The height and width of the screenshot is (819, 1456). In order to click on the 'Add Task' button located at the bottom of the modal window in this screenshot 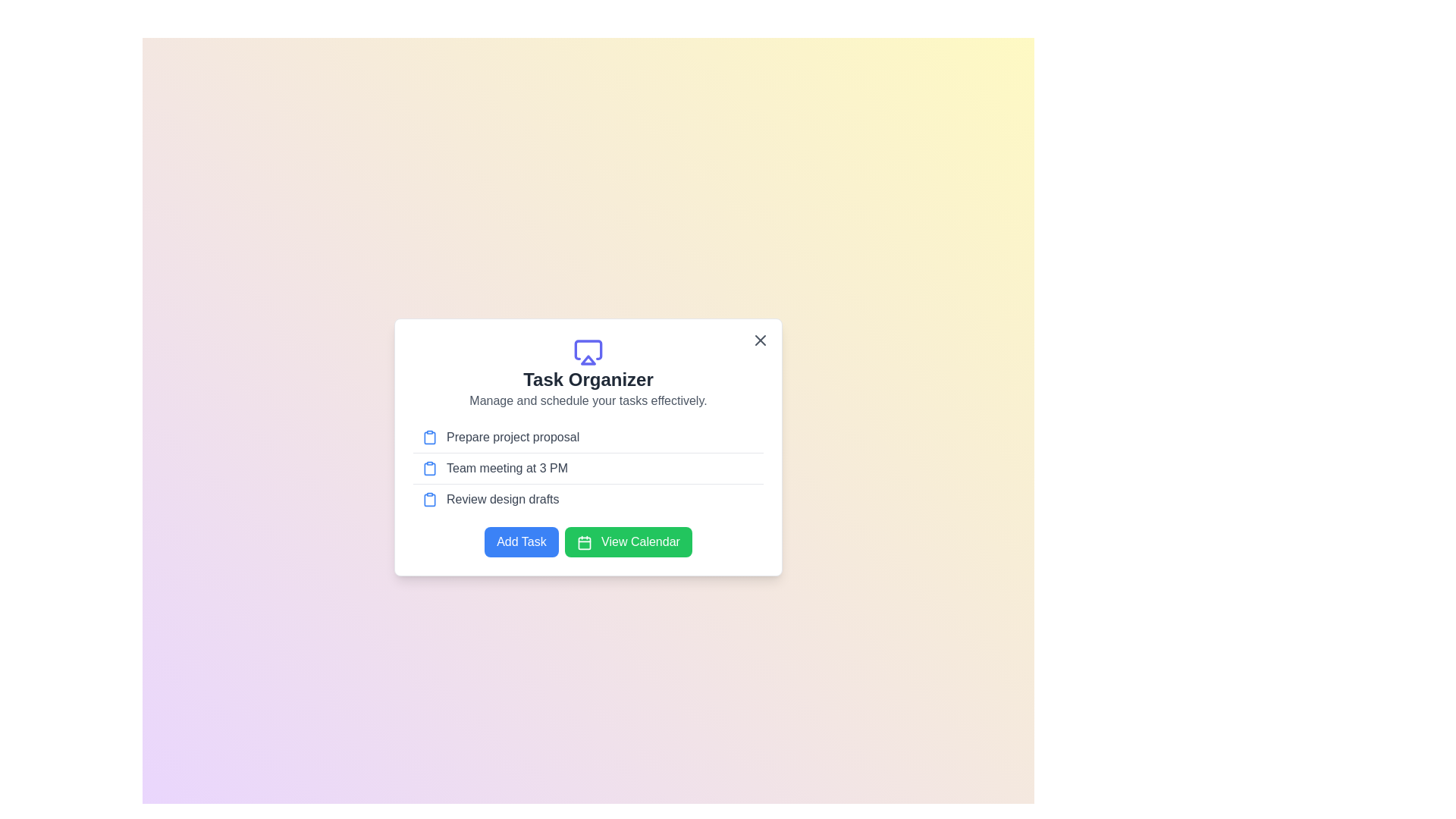, I will do `click(521, 541)`.